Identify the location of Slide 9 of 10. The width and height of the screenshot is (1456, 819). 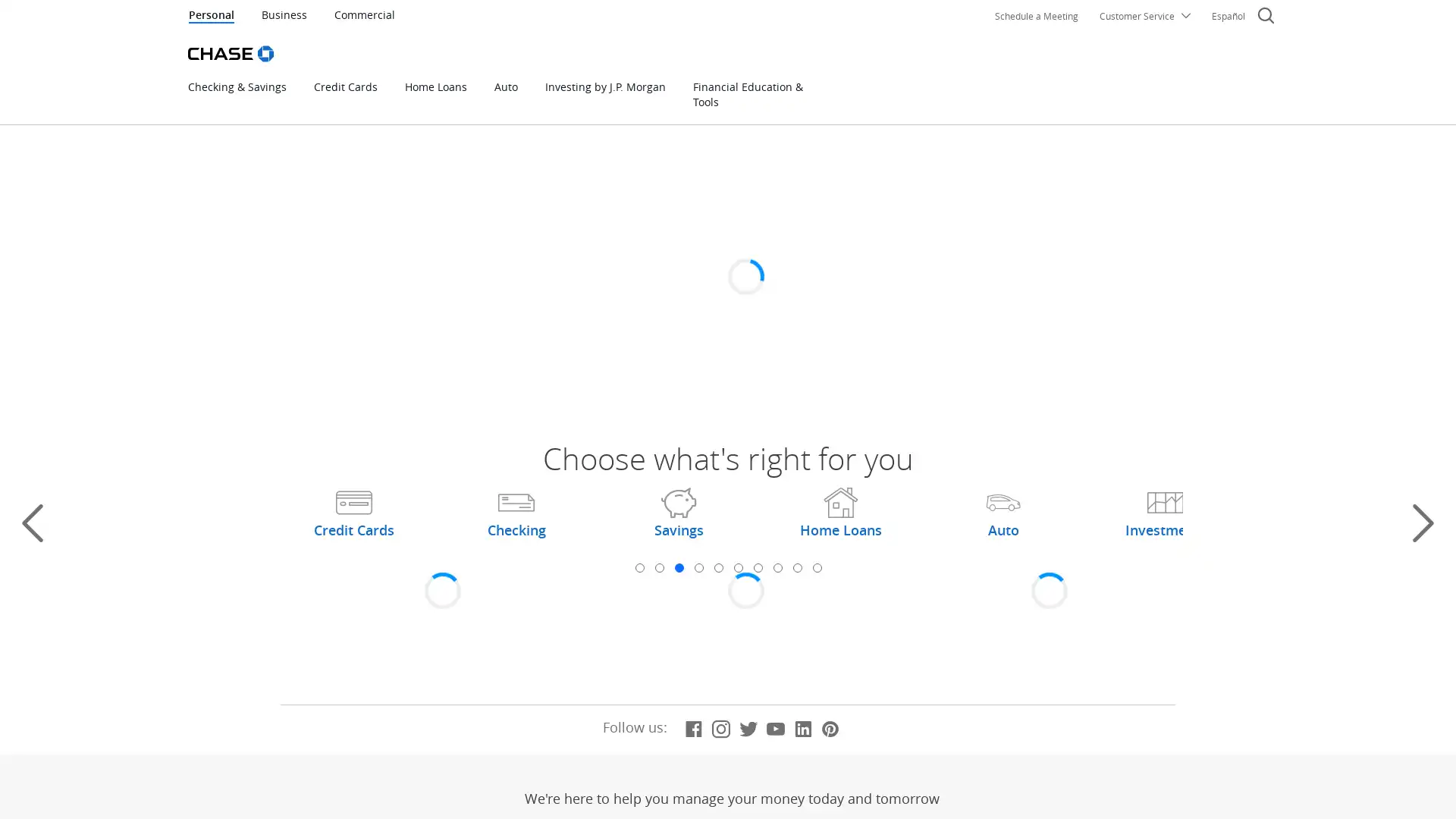
(796, 567).